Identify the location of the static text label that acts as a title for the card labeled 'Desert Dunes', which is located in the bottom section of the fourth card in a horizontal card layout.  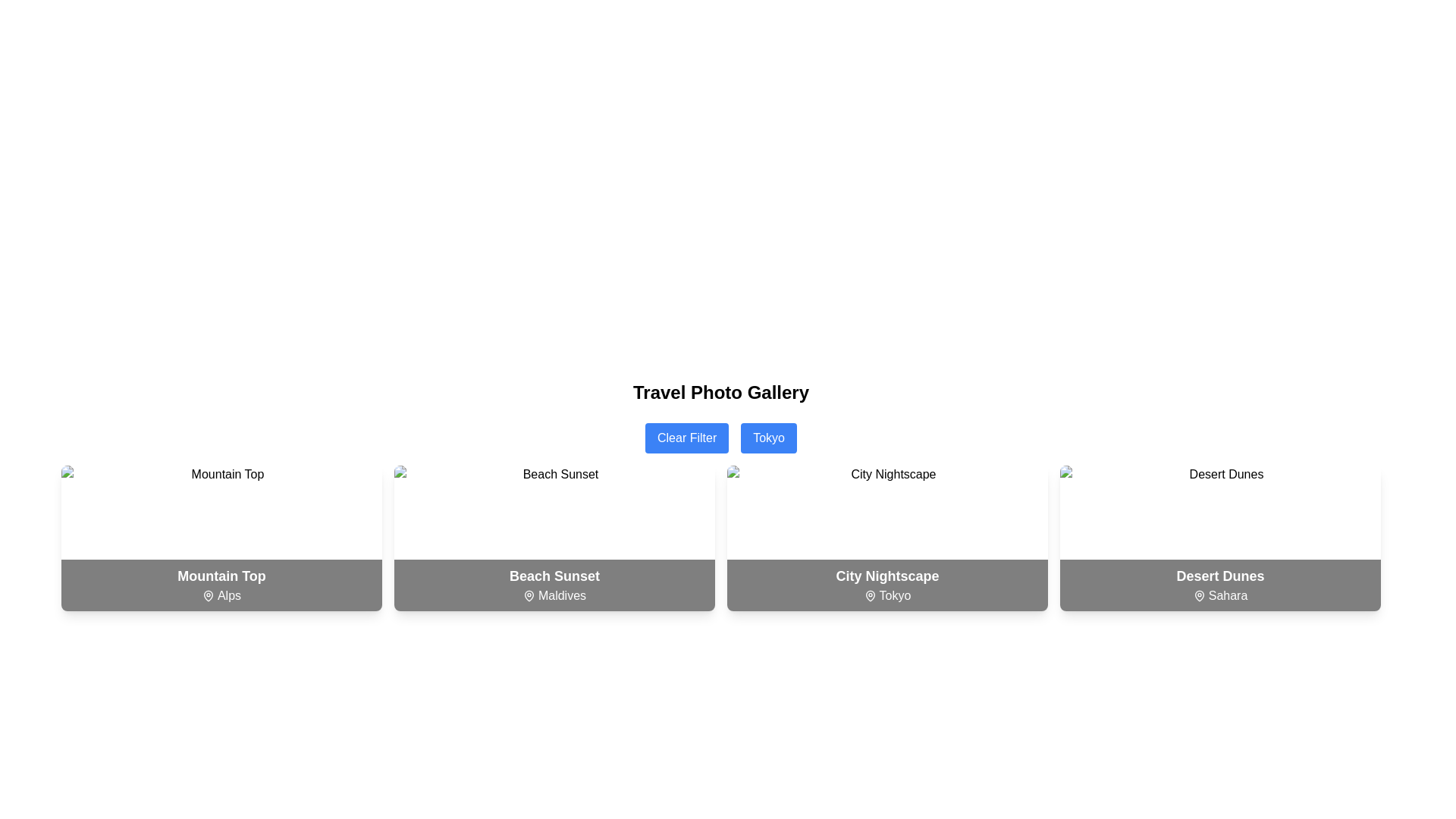
(1220, 576).